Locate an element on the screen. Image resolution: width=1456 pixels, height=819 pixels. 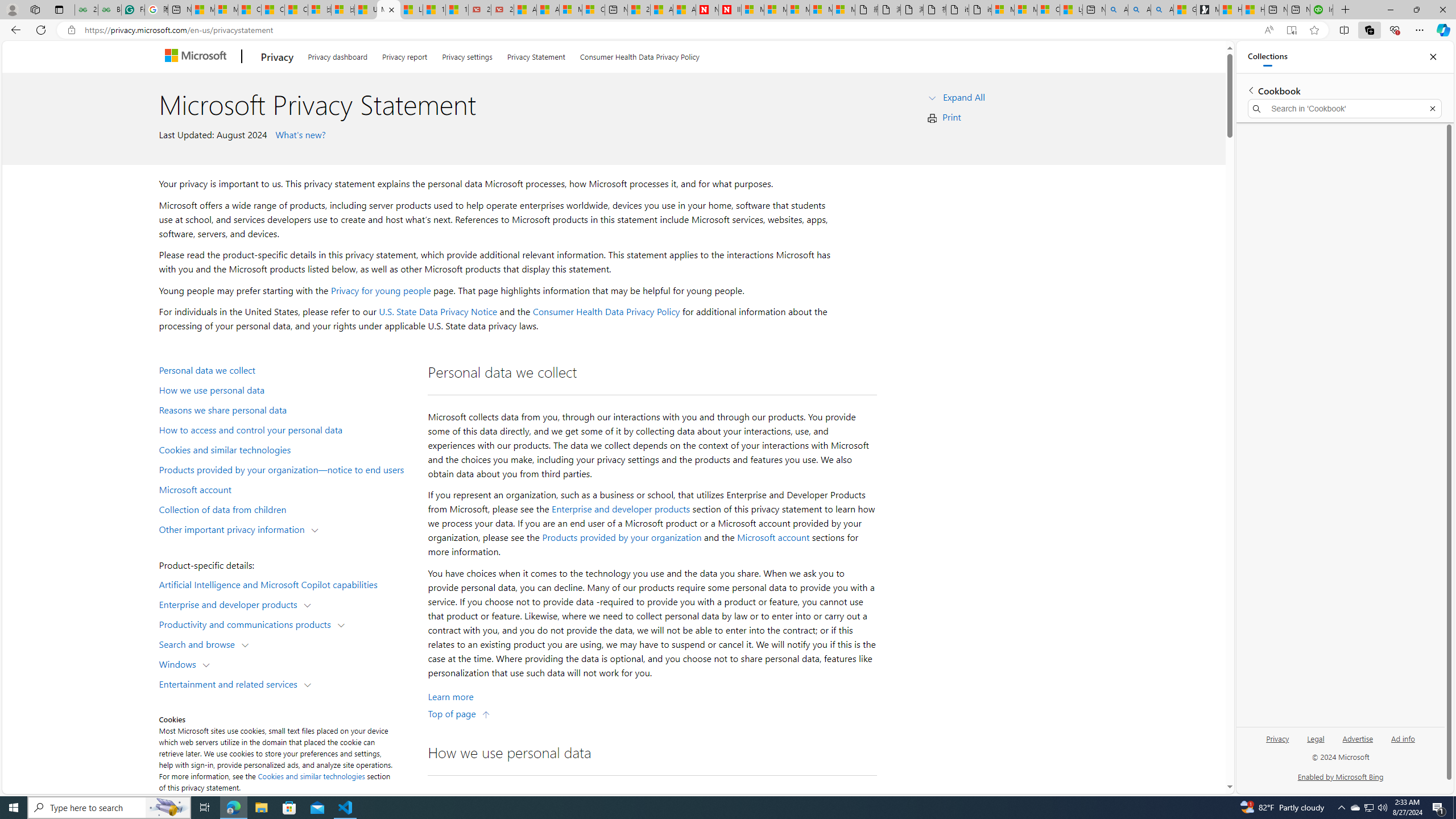
'Alabama high school quarterback dies - Search' is located at coordinates (1116, 9).